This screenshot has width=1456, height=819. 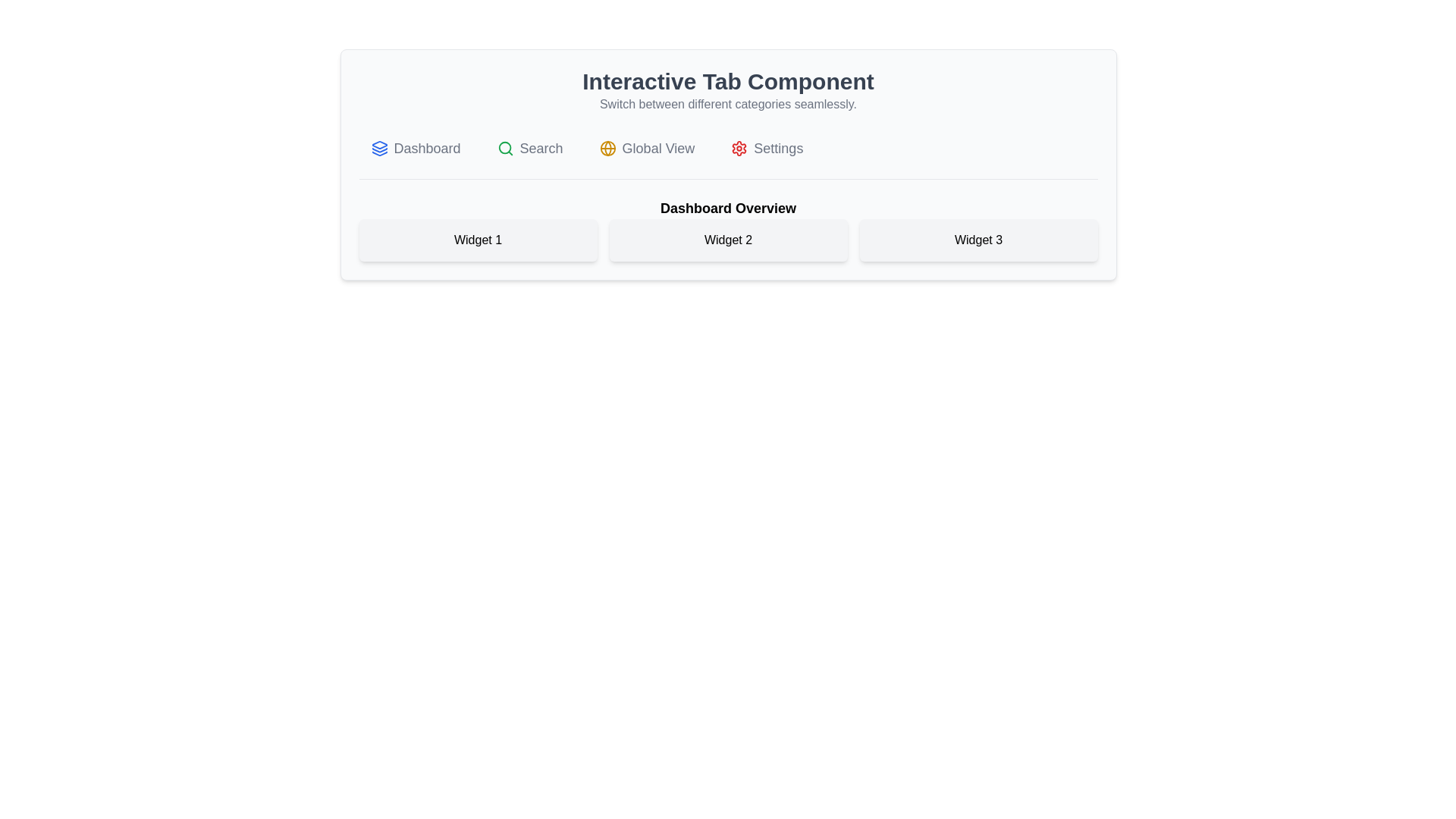 I want to click on the inner circular decorative symbol of the 'Global View' icon located in the top navigation menu, styled with a yellow color fill, so click(x=607, y=149).